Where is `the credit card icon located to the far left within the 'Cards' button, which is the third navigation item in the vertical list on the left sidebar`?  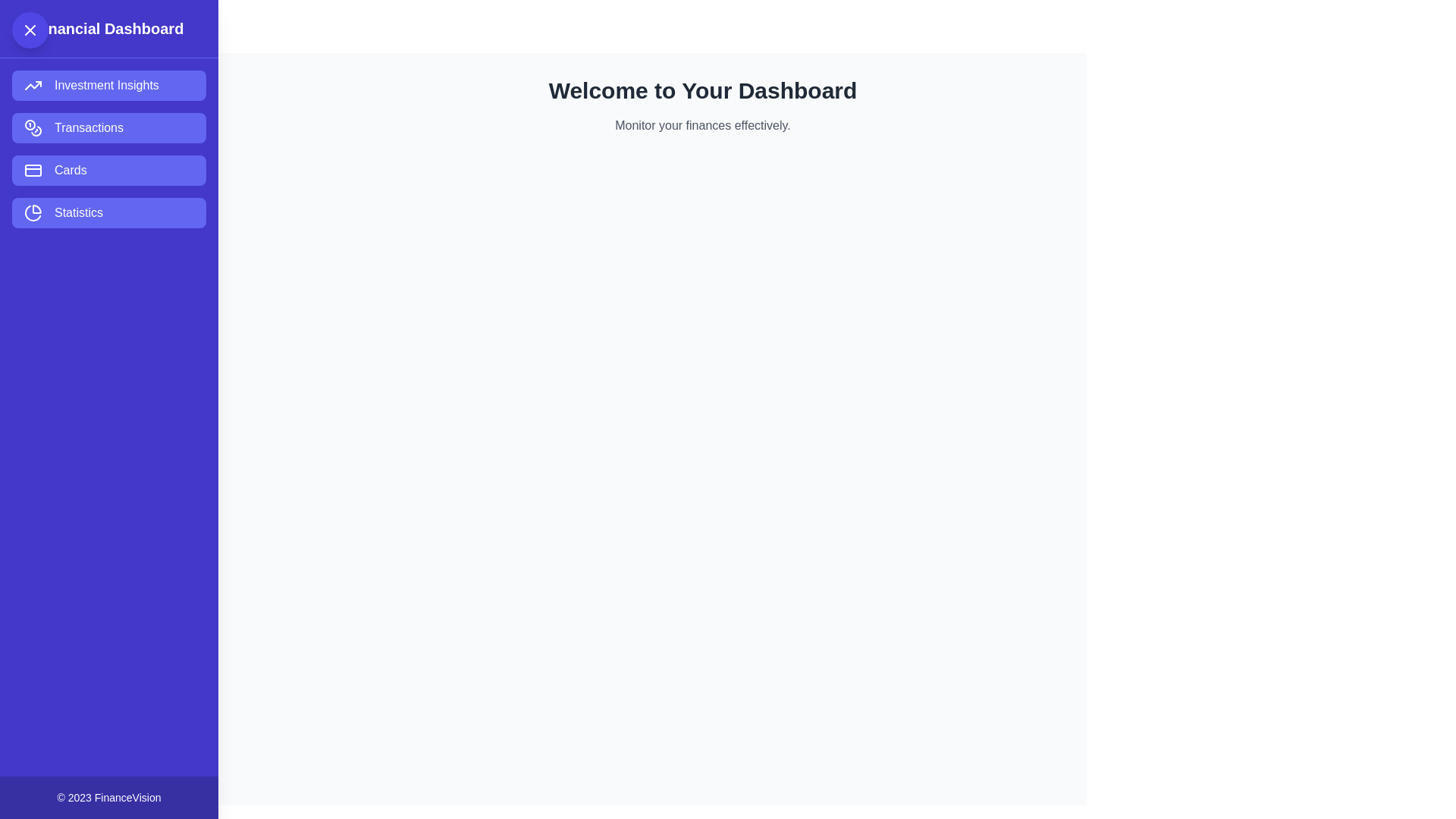
the credit card icon located to the far left within the 'Cards' button, which is the third navigation item in the vertical list on the left sidebar is located at coordinates (33, 170).